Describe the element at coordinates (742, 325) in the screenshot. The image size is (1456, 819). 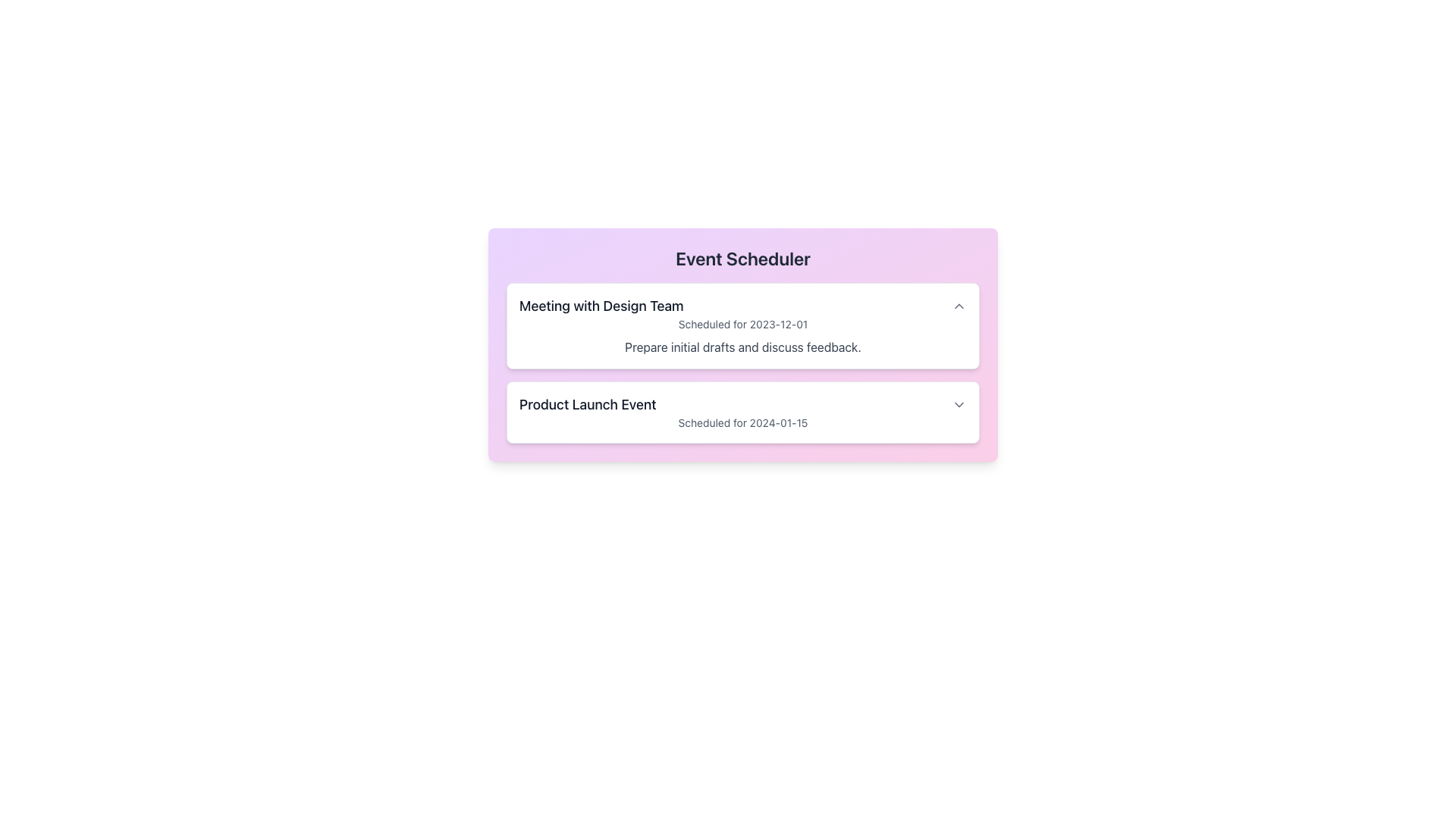
I see `the card titled 'Meeting with Design Team' located in the 'Event Scheduler' panel for reading` at that location.